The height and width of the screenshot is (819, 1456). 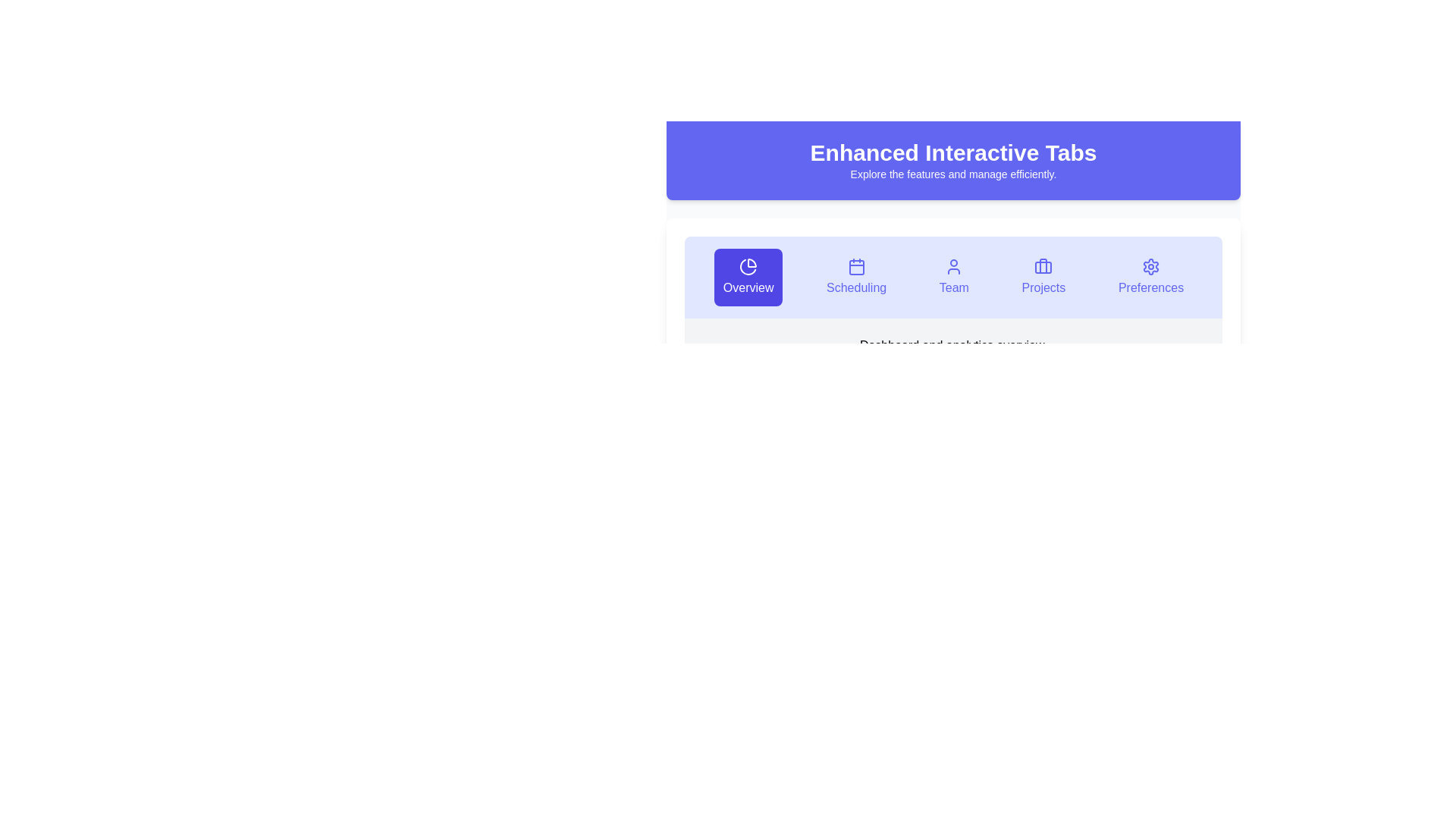 I want to click on the 'Overview' navigation button, so click(x=748, y=288).